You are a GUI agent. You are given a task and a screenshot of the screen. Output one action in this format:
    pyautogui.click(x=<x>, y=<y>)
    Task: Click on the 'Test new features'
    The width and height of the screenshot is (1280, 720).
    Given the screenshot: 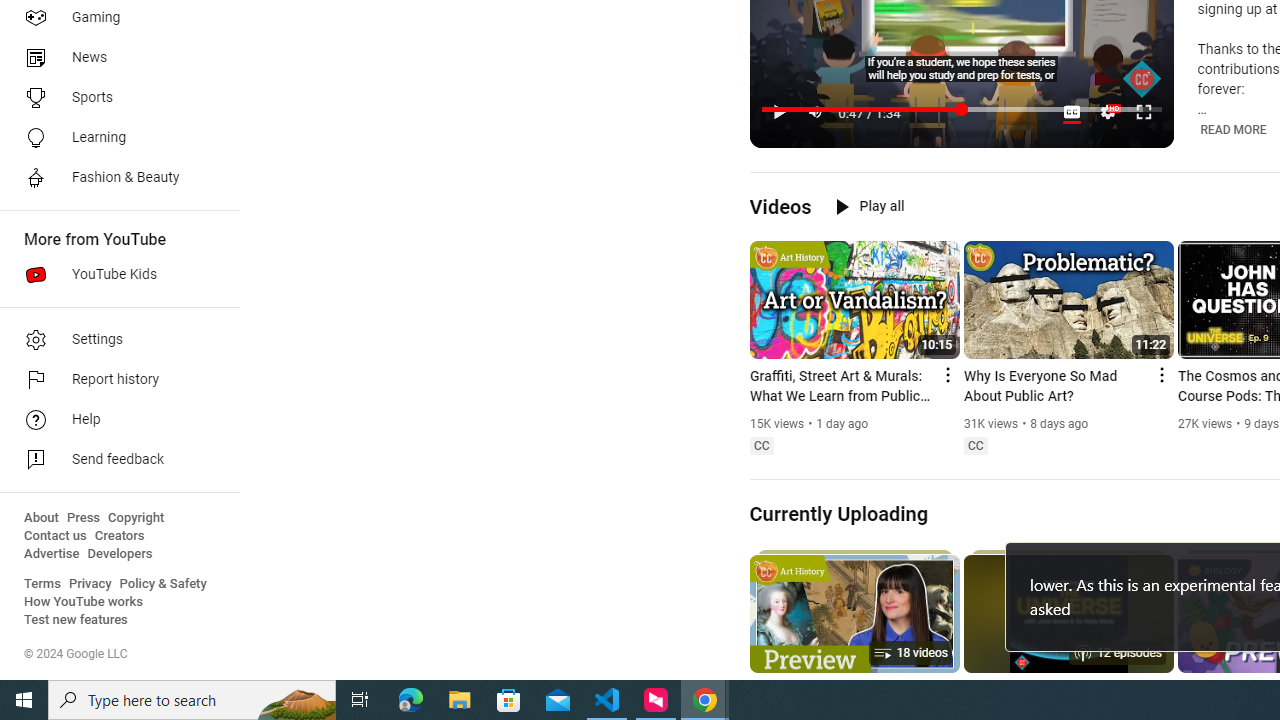 What is the action you would take?
    pyautogui.click(x=76, y=619)
    